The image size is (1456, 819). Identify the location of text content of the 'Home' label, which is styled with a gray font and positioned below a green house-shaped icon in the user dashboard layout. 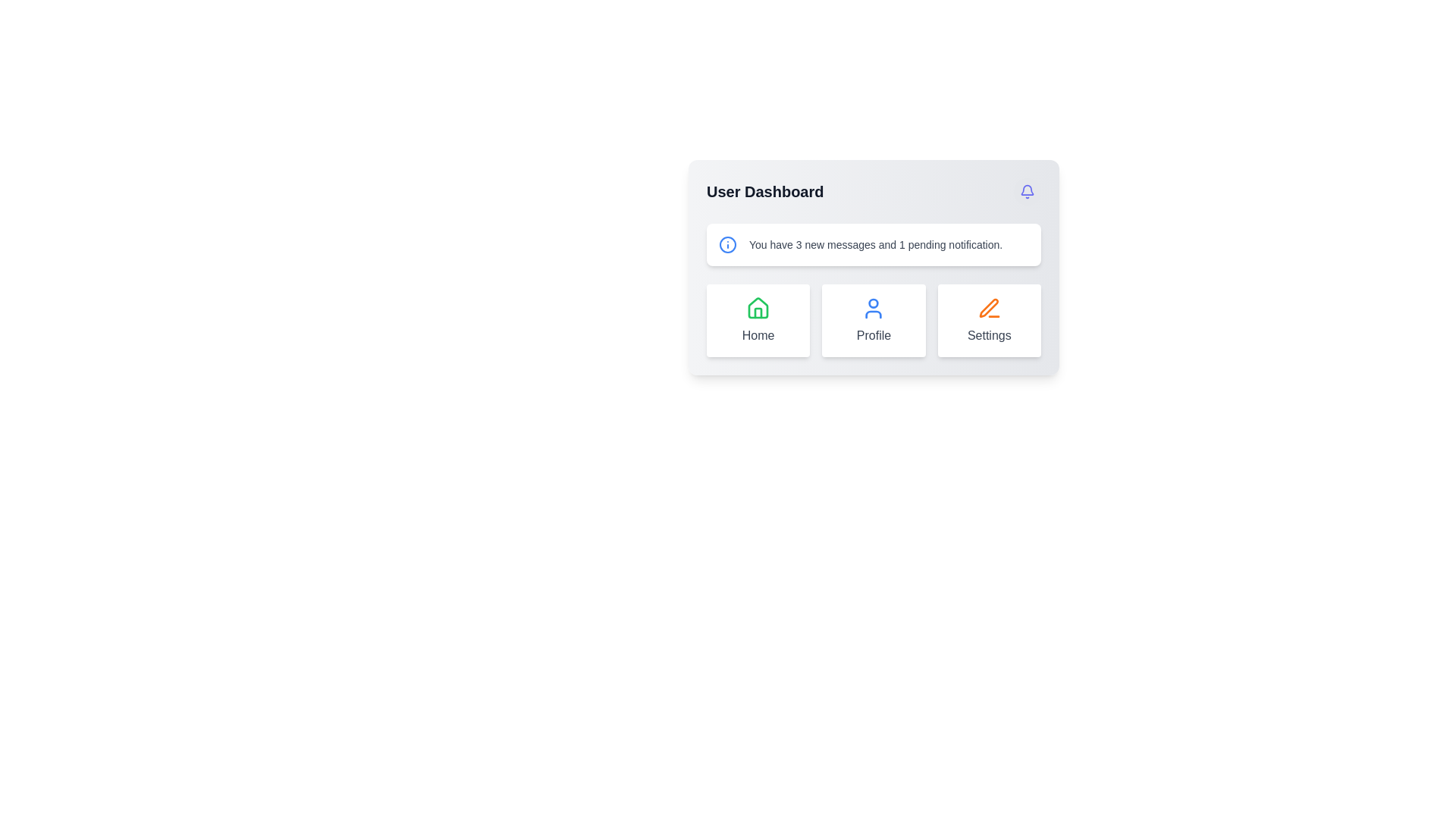
(758, 335).